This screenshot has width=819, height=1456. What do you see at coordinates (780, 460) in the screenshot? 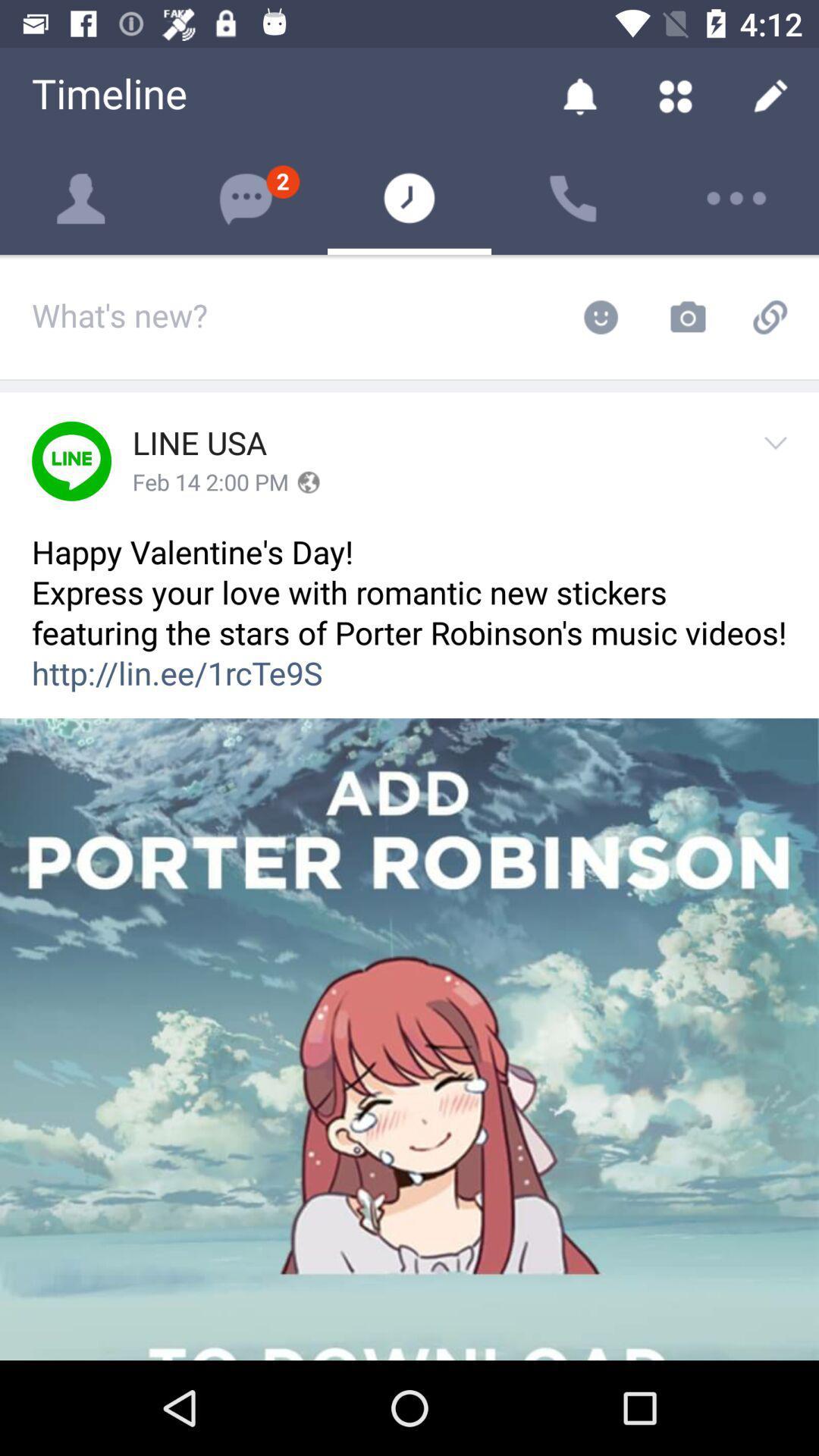
I see `the read more icon at the right side of the page` at bounding box center [780, 460].